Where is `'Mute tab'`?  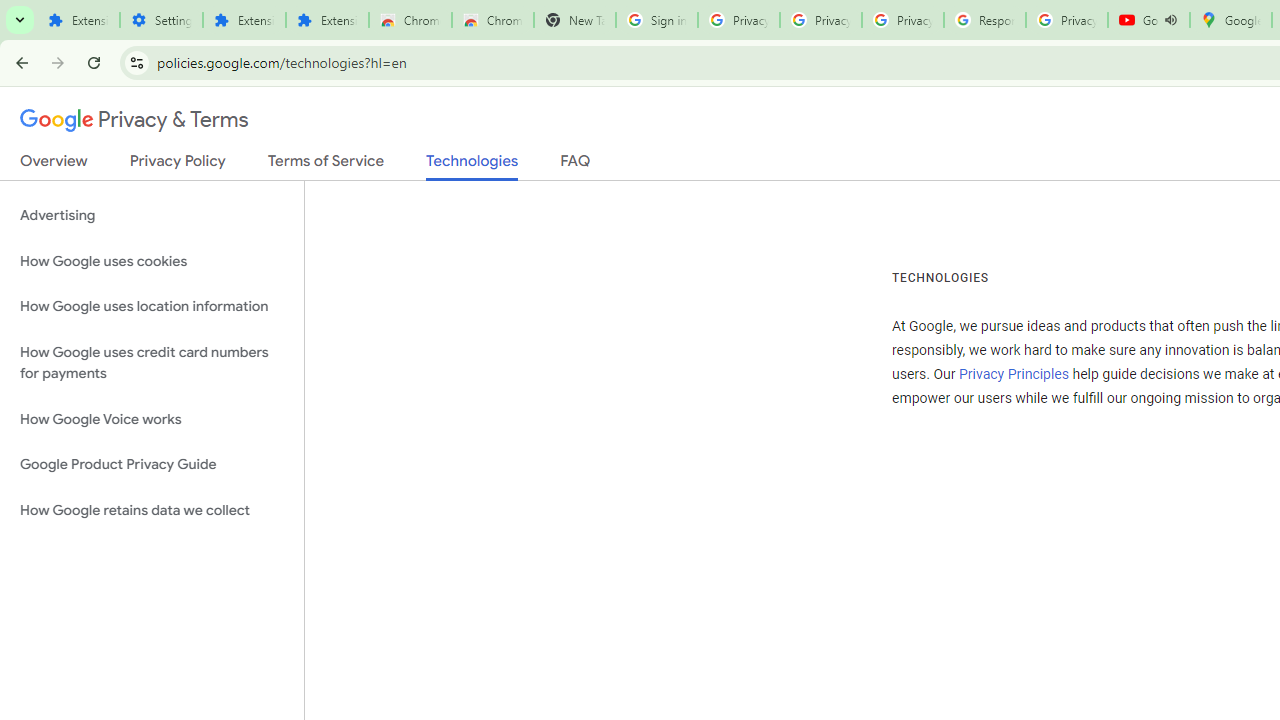 'Mute tab' is located at coordinates (1171, 20).